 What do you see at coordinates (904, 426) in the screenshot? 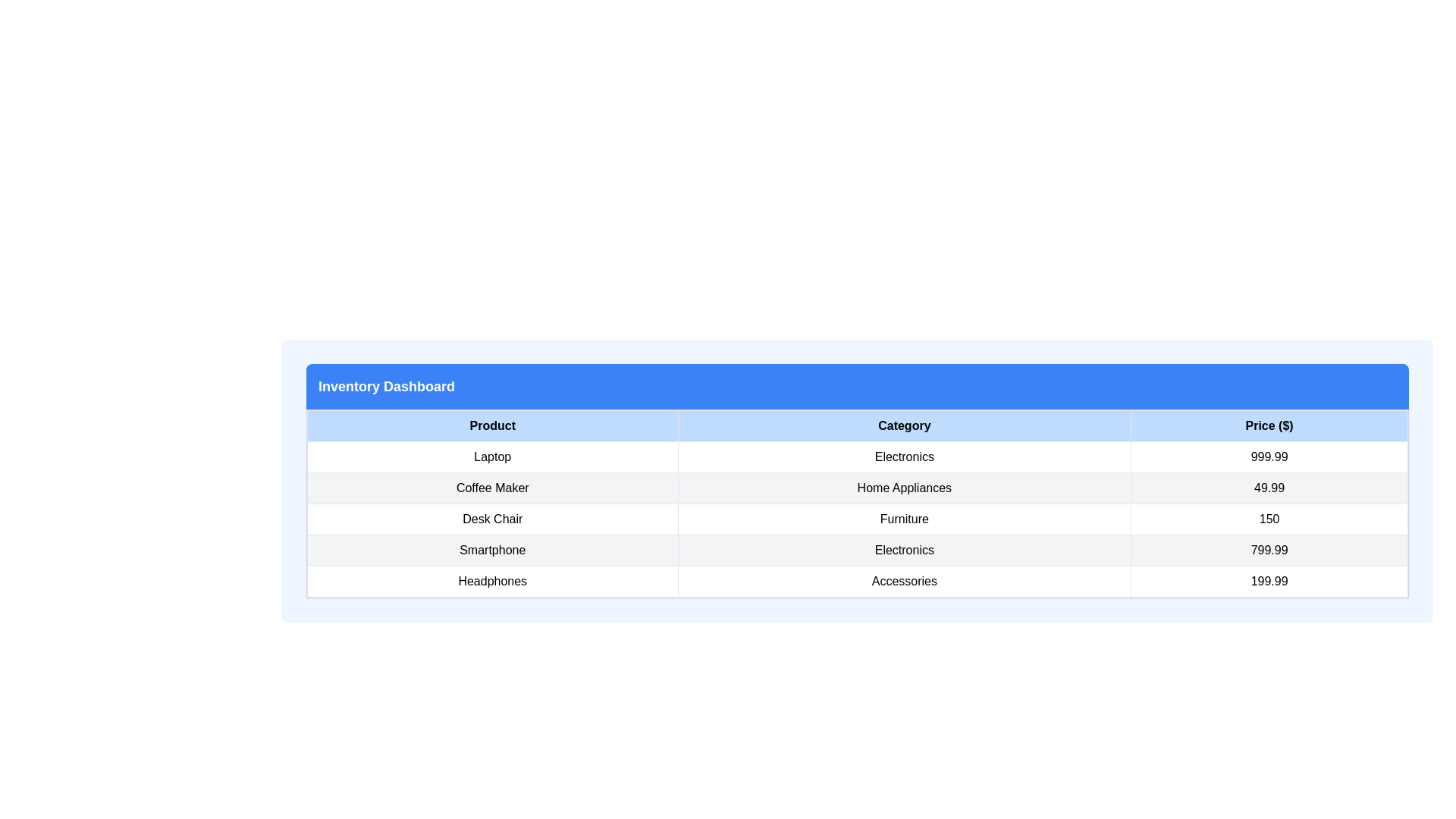
I see `the 'Category' text element located in the second column of the table header, which is styled with padding and a border, directly below the blue header section` at bounding box center [904, 426].